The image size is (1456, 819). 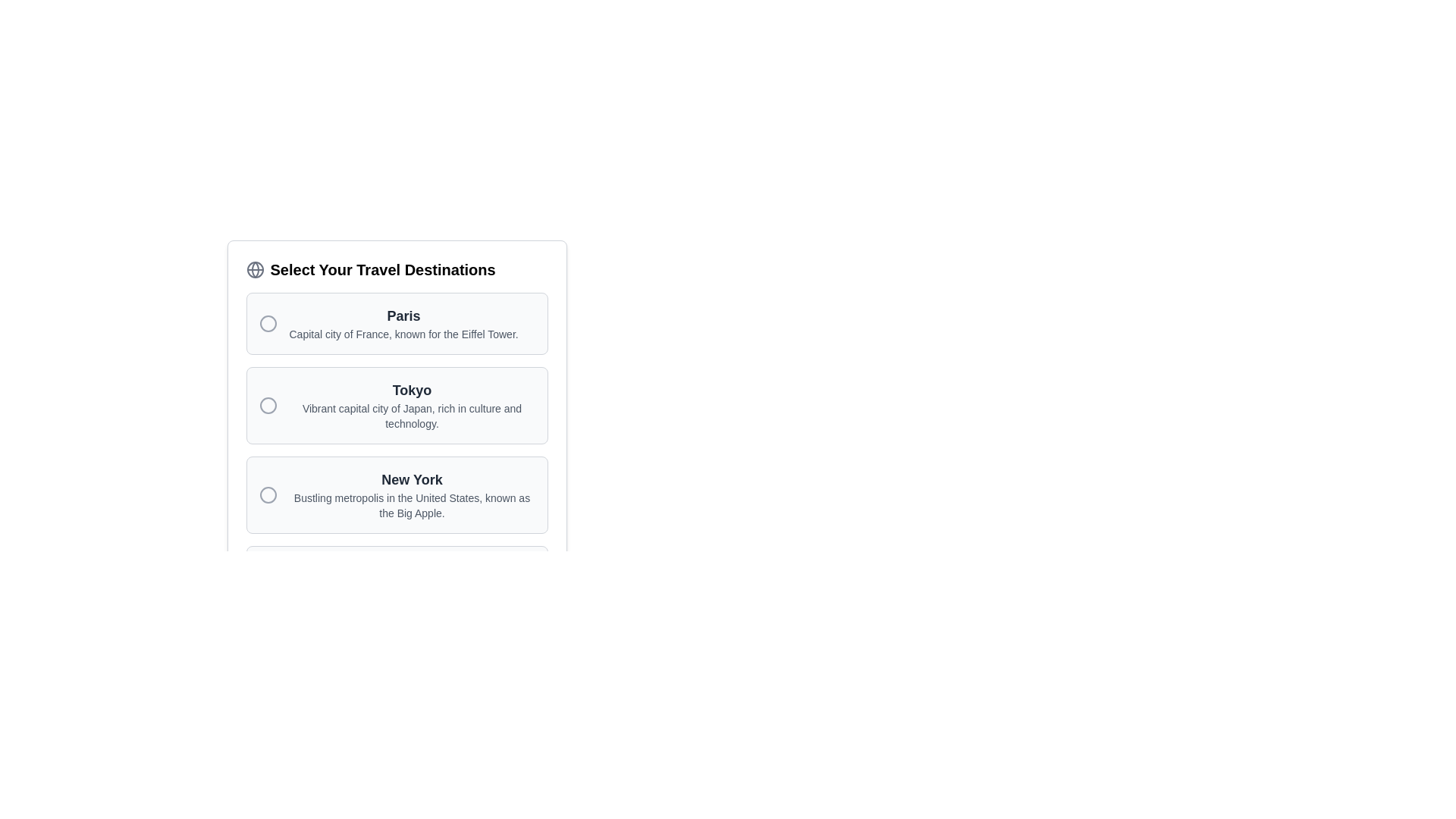 I want to click on the Text Label for the Tokyo travel destination option, so click(x=412, y=390).